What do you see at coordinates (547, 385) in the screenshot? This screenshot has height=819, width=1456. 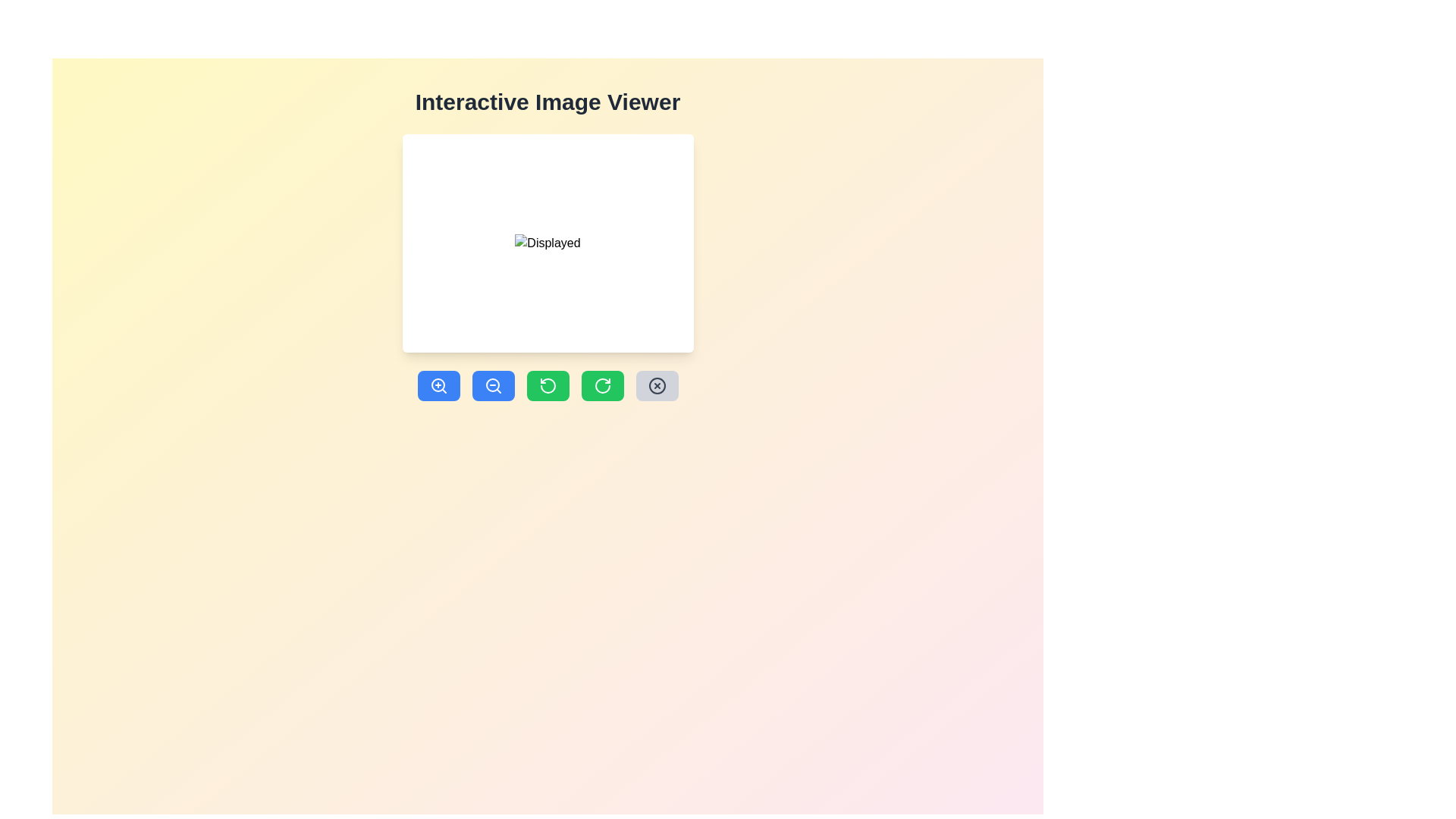 I see `the third button in the row of interactive buttons below the central image viewer` at bounding box center [547, 385].